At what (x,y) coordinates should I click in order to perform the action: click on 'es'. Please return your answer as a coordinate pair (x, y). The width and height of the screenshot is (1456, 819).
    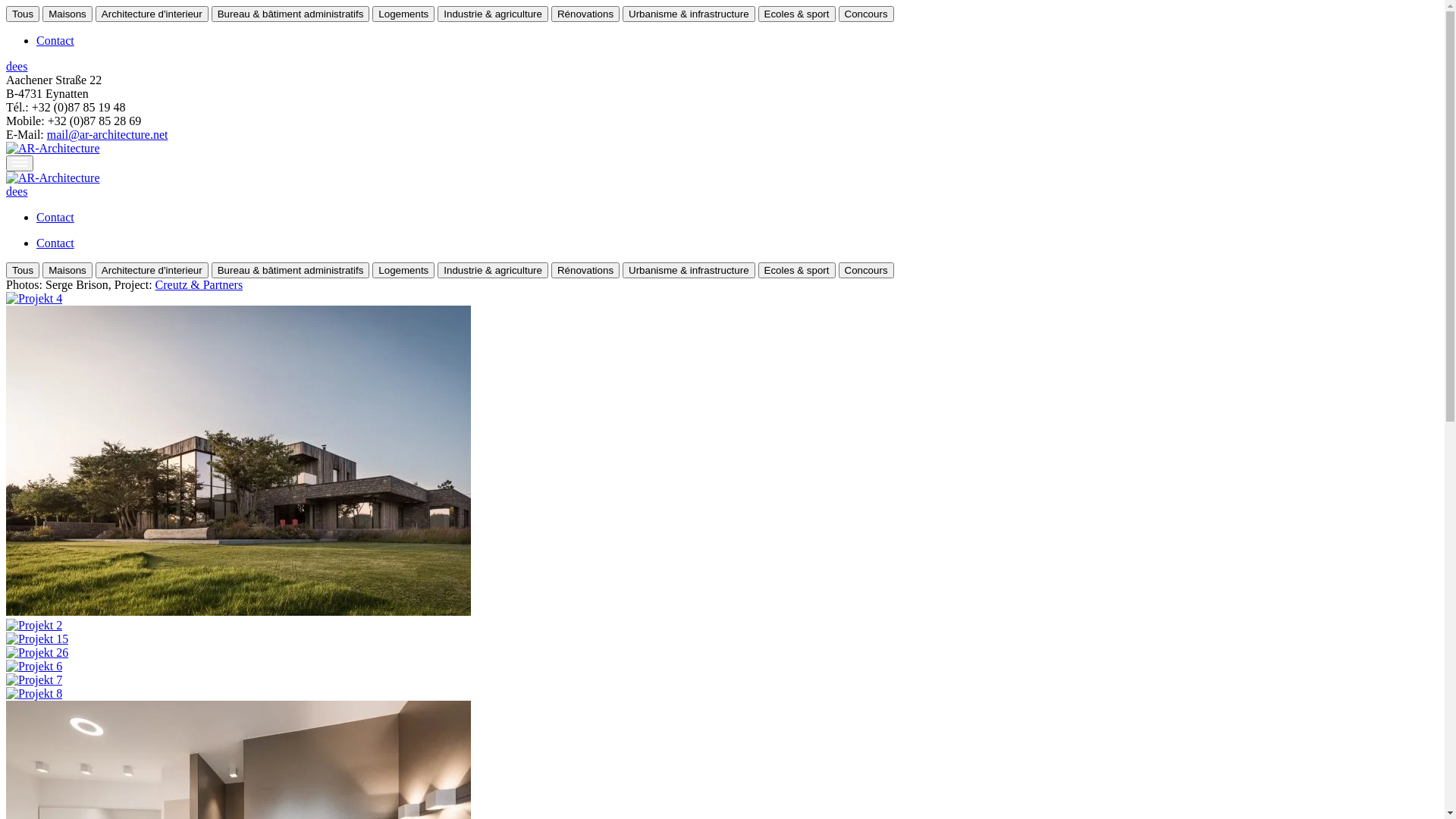
    Looking at the image, I should click on (22, 65).